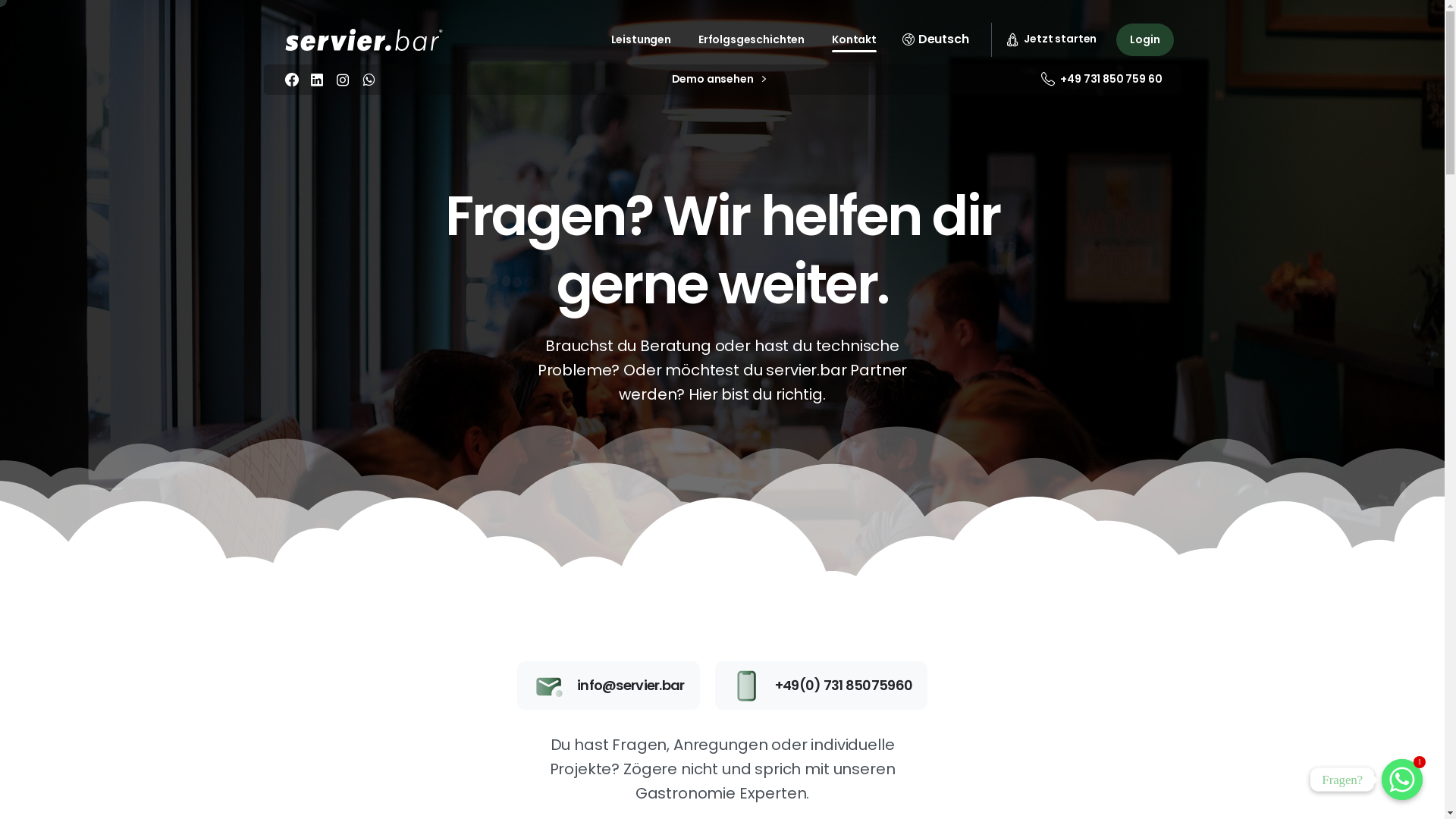  I want to click on 'Facebook', so click(291, 79).